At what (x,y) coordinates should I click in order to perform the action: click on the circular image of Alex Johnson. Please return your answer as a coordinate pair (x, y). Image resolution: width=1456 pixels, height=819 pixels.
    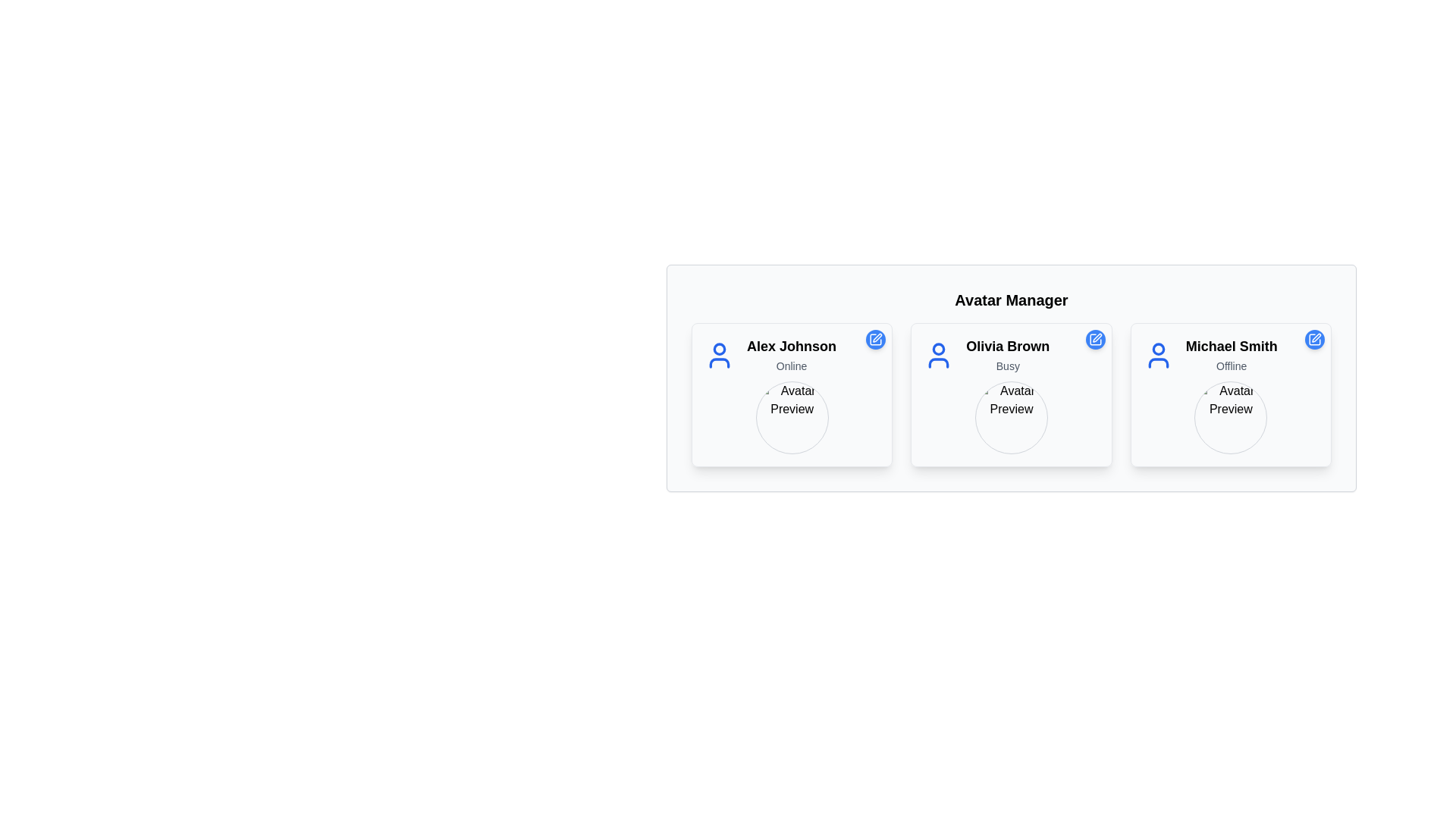
    Looking at the image, I should click on (791, 418).